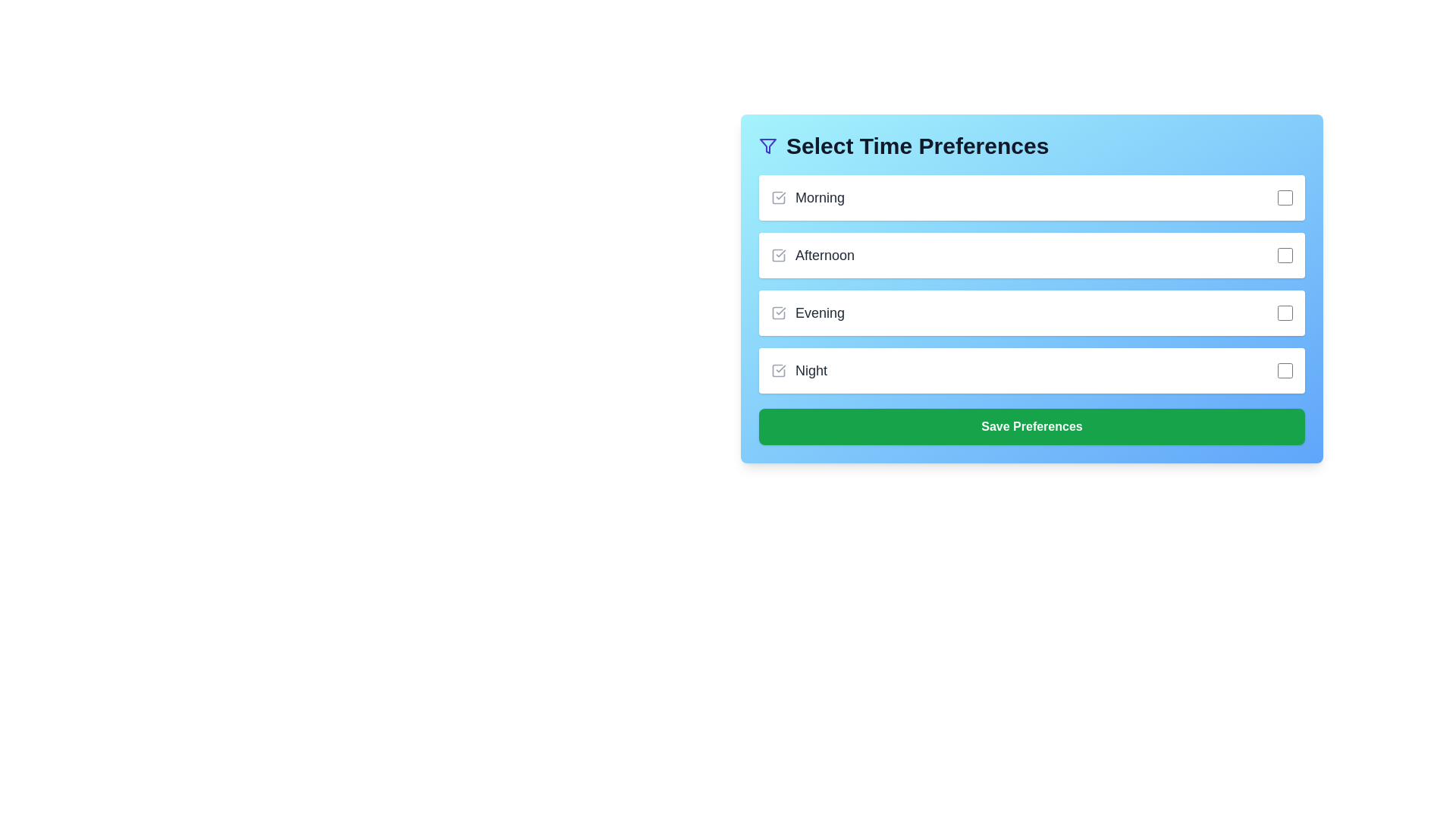  I want to click on the filtering icon located to the left of 'Select Time Preferences' in the header section, which visually indicates the ability to refine or adjust time options, so click(767, 146).